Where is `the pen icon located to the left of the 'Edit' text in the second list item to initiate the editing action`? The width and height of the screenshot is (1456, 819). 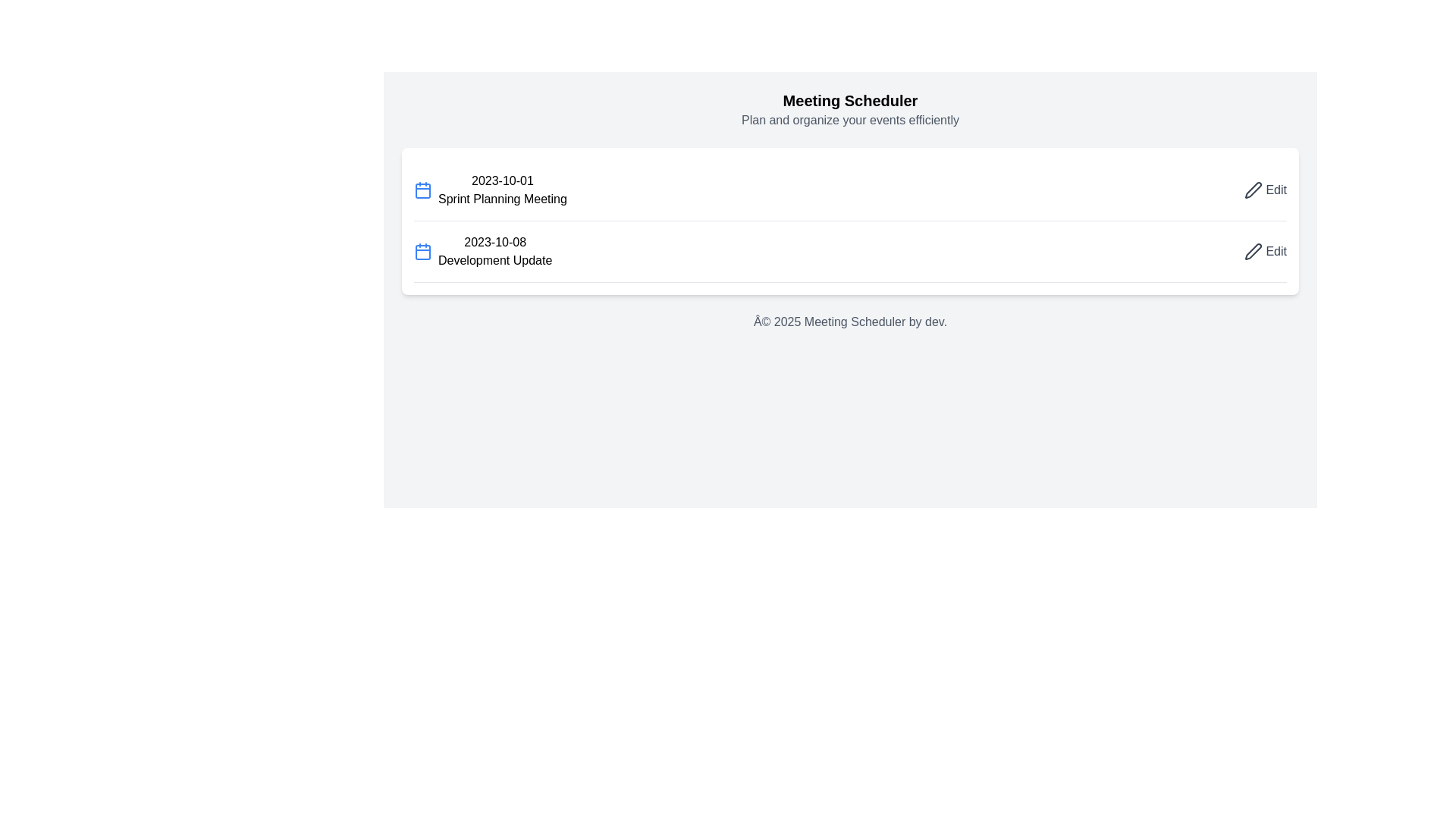
the pen icon located to the left of the 'Edit' text in the second list item to initiate the editing action is located at coordinates (1254, 250).